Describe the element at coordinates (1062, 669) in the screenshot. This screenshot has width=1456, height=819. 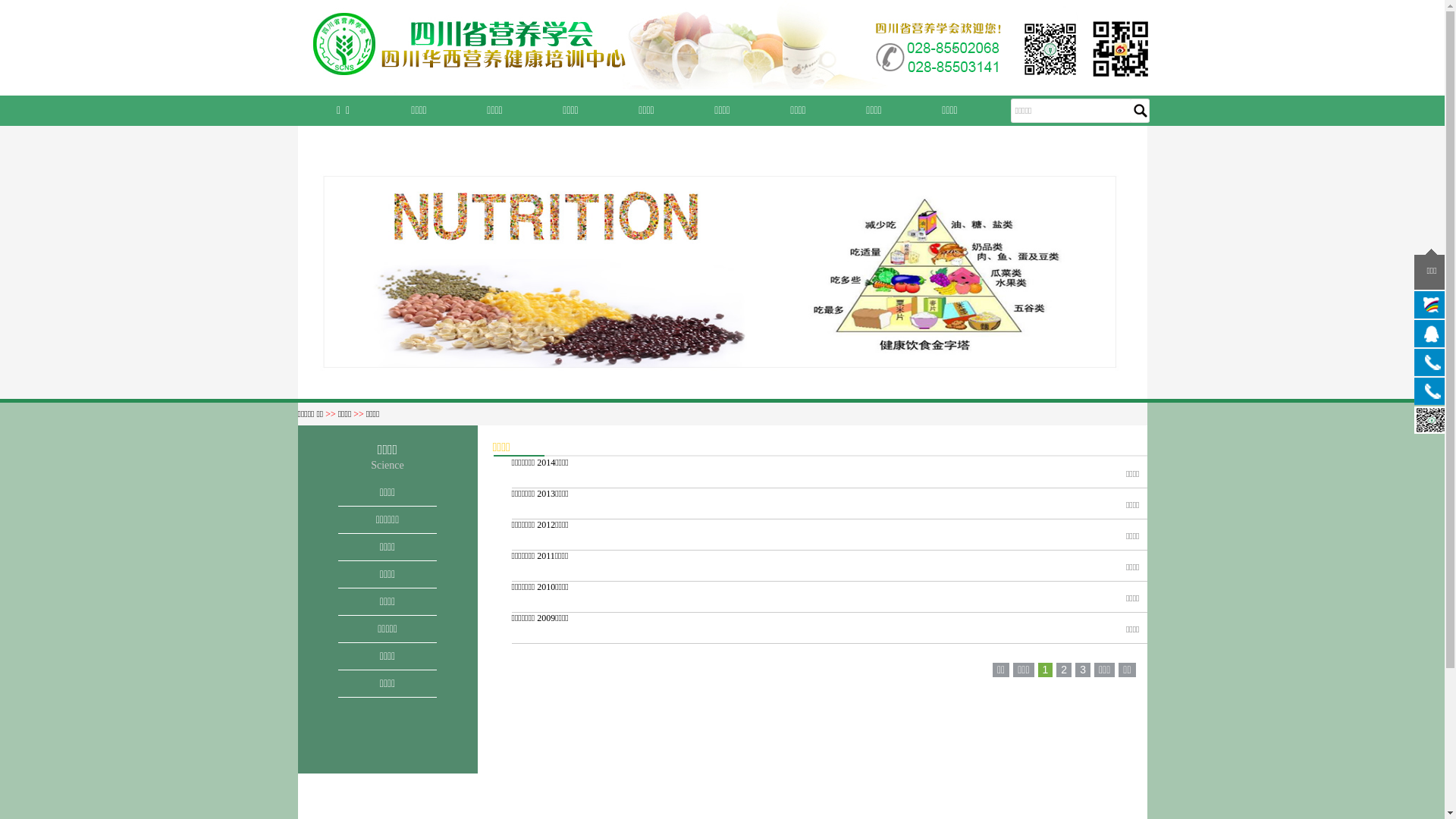
I see `'2'` at that location.